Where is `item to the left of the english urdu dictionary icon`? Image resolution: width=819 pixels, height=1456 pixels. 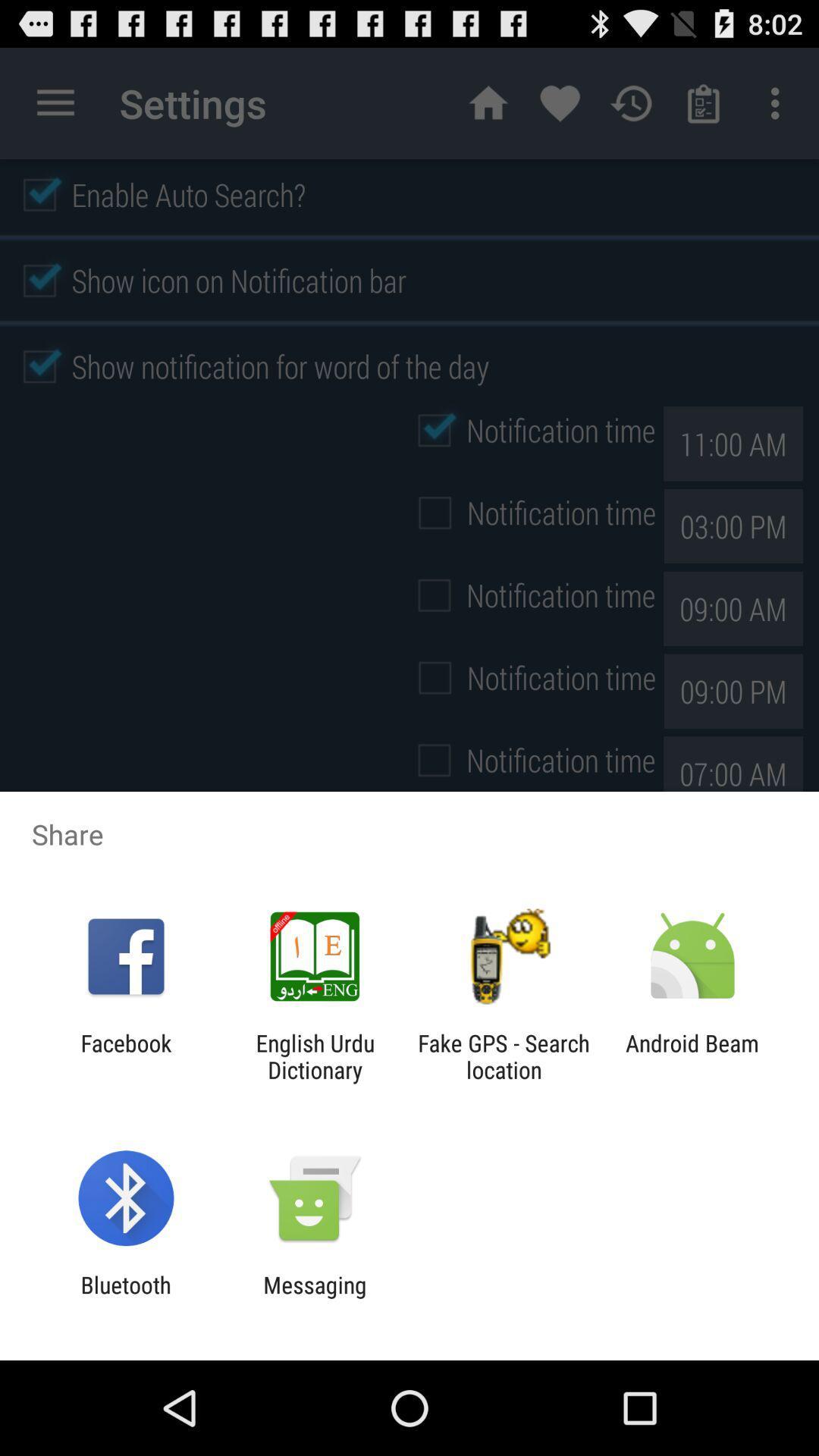 item to the left of the english urdu dictionary icon is located at coordinates (125, 1056).